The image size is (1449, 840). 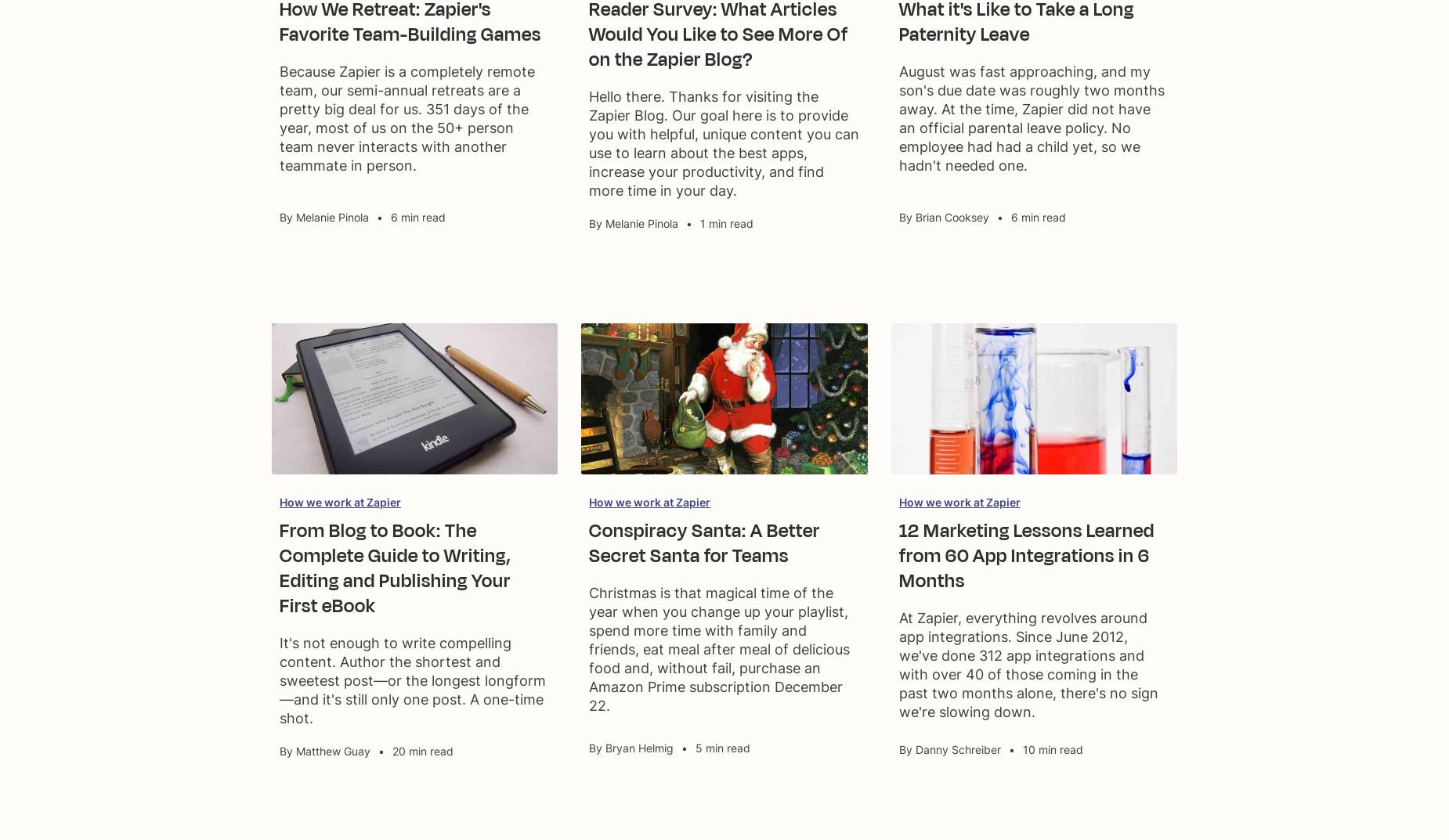 I want to click on 'August was fast approaching, and my son's due date was roughly two months away. At the time, Zapier did not have an official parental leave policy. No employee had had a child yet, so we hadn't needed one.', so click(x=1030, y=117).